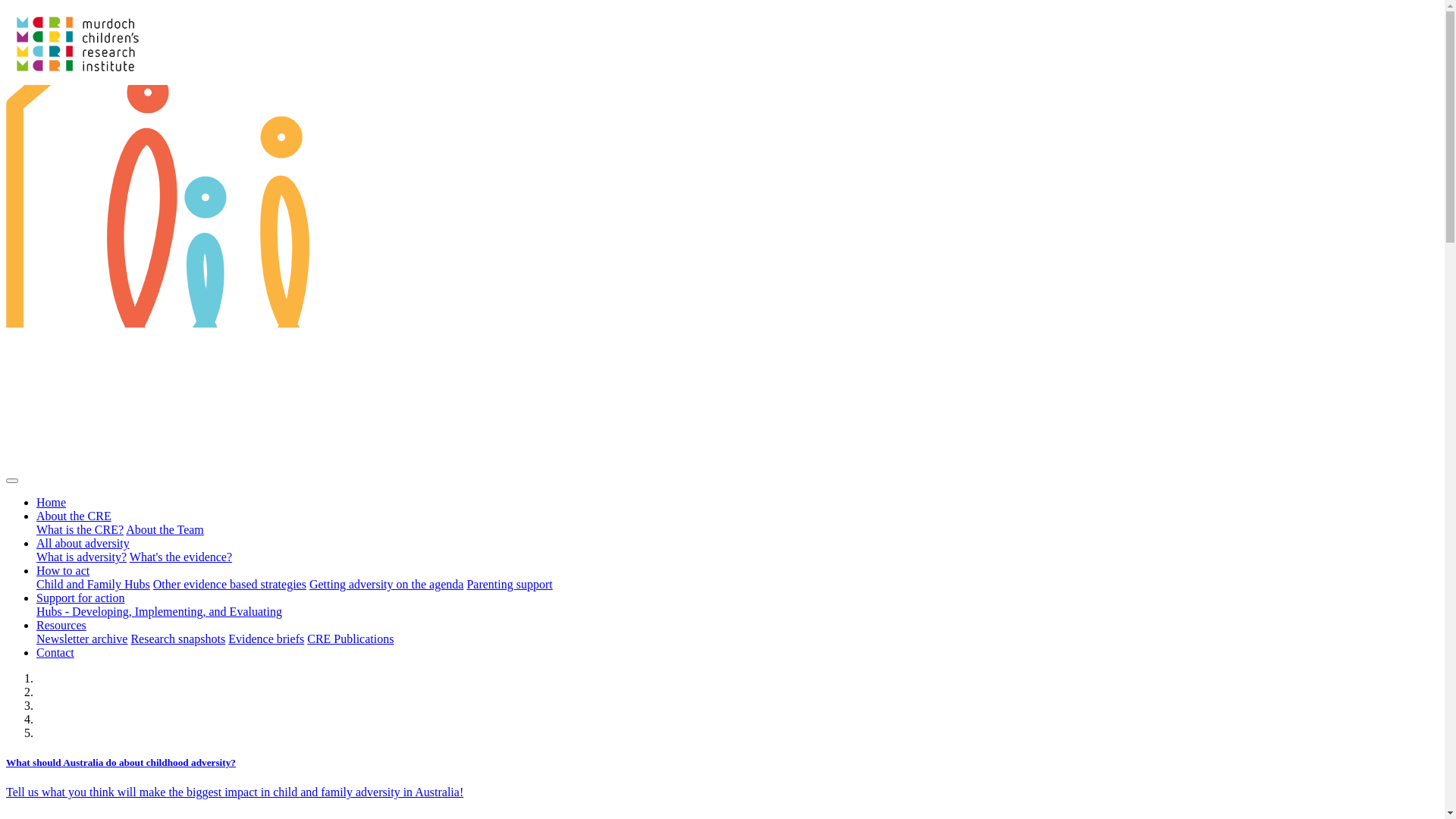 The width and height of the screenshot is (1456, 819). Describe the element at coordinates (93, 583) in the screenshot. I see `'Child and Family Hubs'` at that location.